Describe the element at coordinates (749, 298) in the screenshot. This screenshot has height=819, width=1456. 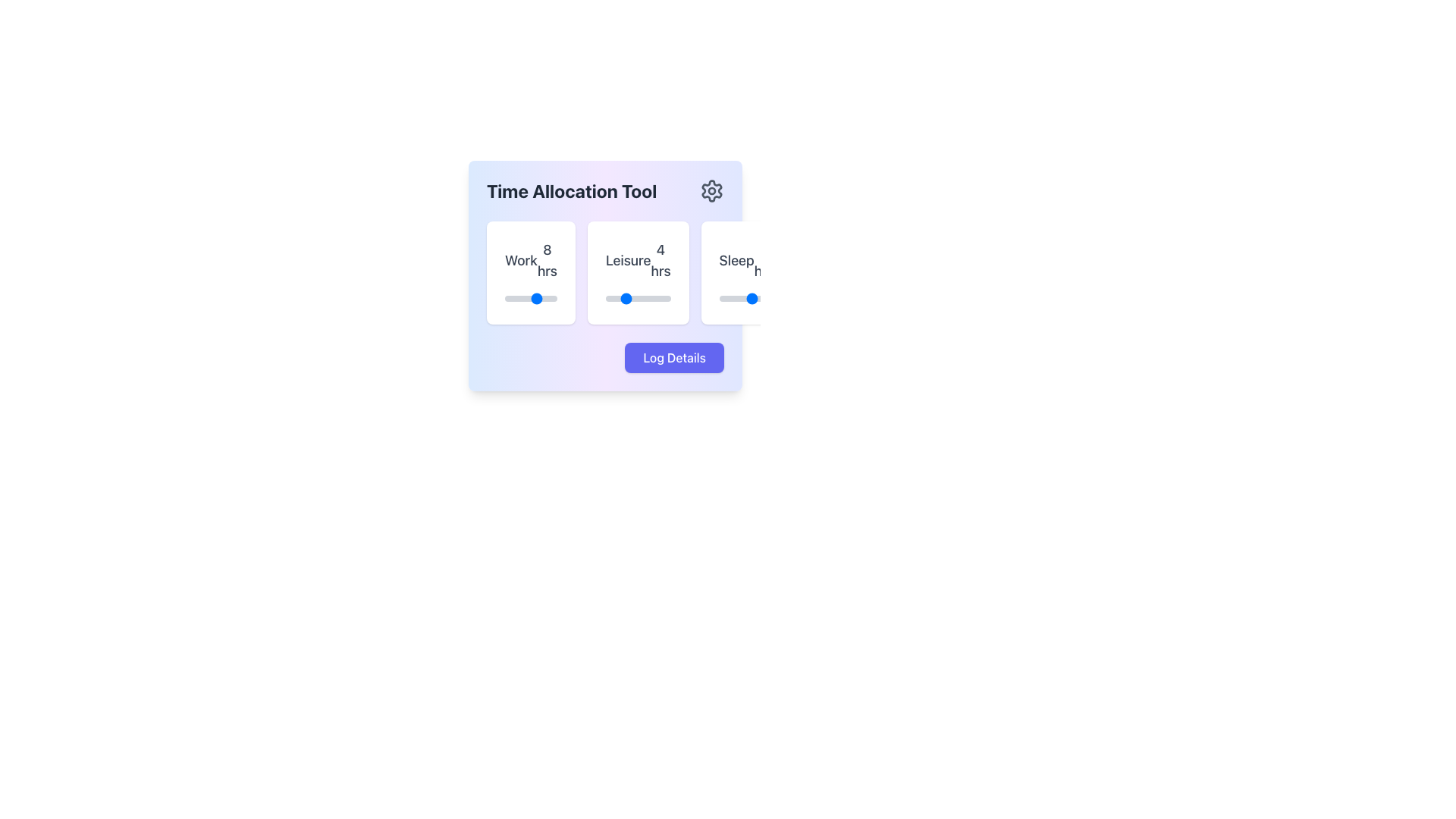
I see `sleep hours` at that location.